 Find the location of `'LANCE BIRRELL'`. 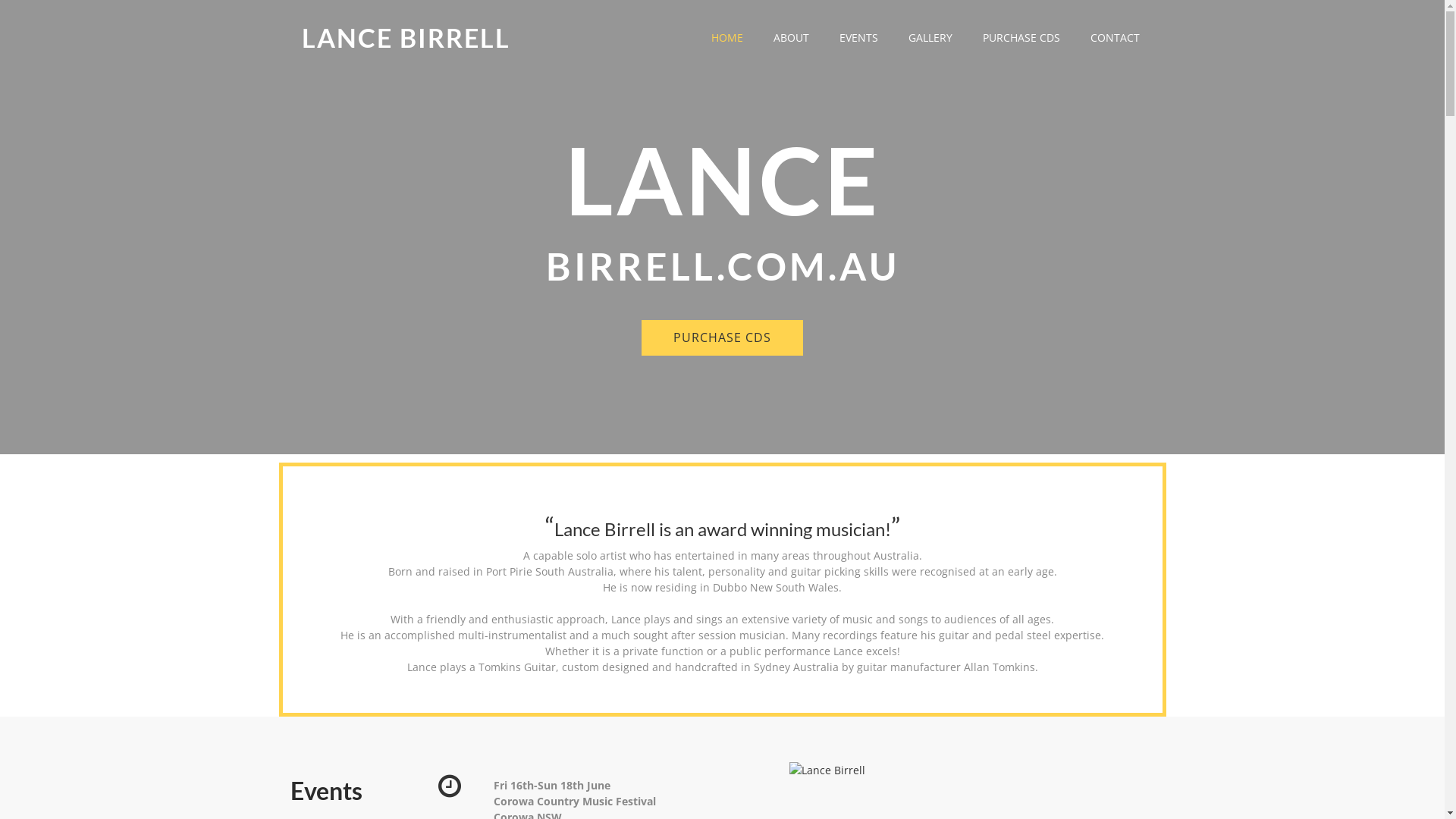

'LANCE BIRRELL' is located at coordinates (406, 37).